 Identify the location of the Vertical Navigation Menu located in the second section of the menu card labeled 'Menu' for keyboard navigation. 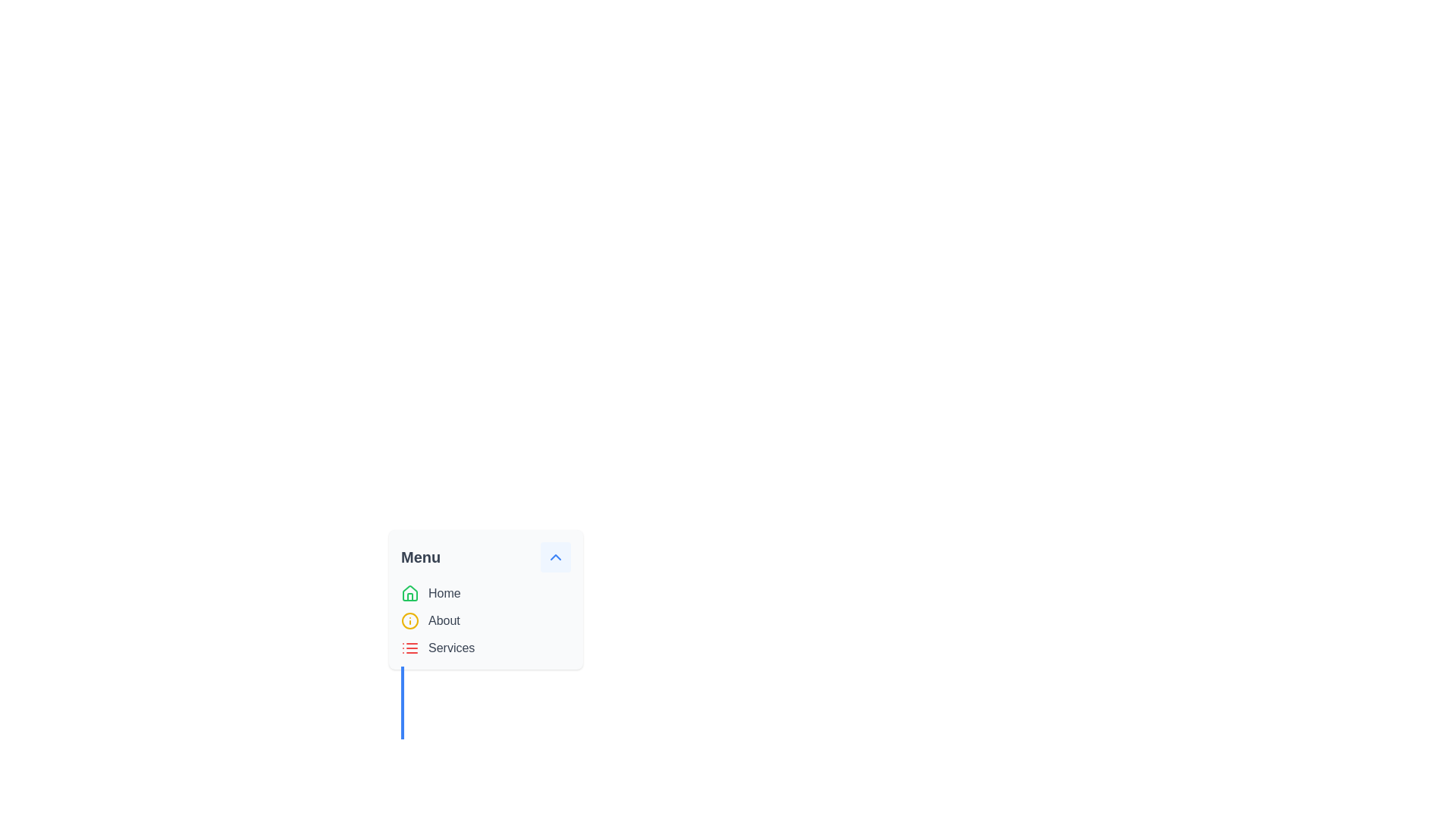
(486, 620).